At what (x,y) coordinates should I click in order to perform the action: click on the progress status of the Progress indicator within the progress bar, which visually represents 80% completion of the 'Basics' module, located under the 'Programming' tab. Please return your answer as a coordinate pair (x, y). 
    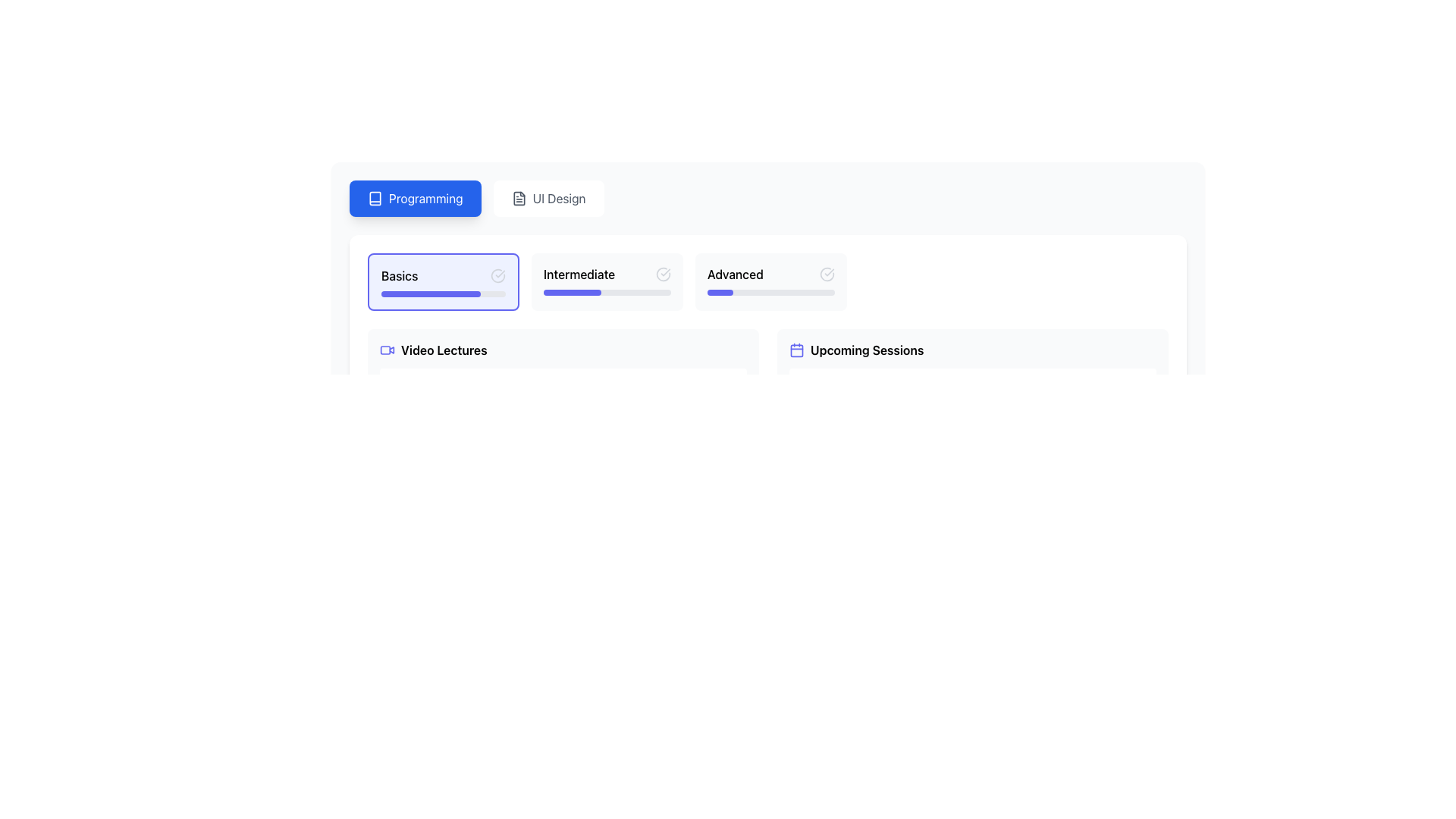
    Looking at the image, I should click on (430, 294).